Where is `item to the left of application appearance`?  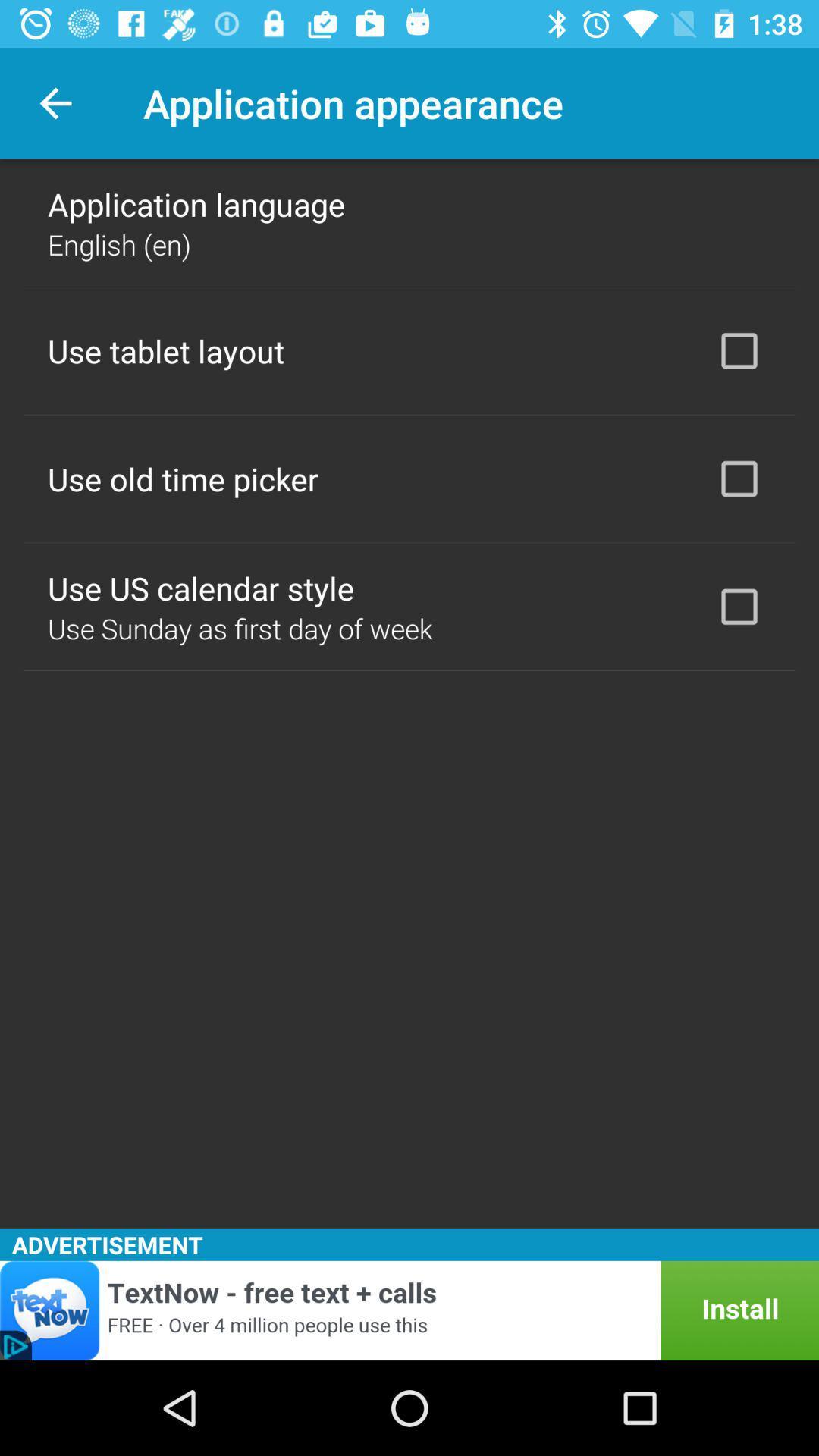
item to the left of application appearance is located at coordinates (55, 102).